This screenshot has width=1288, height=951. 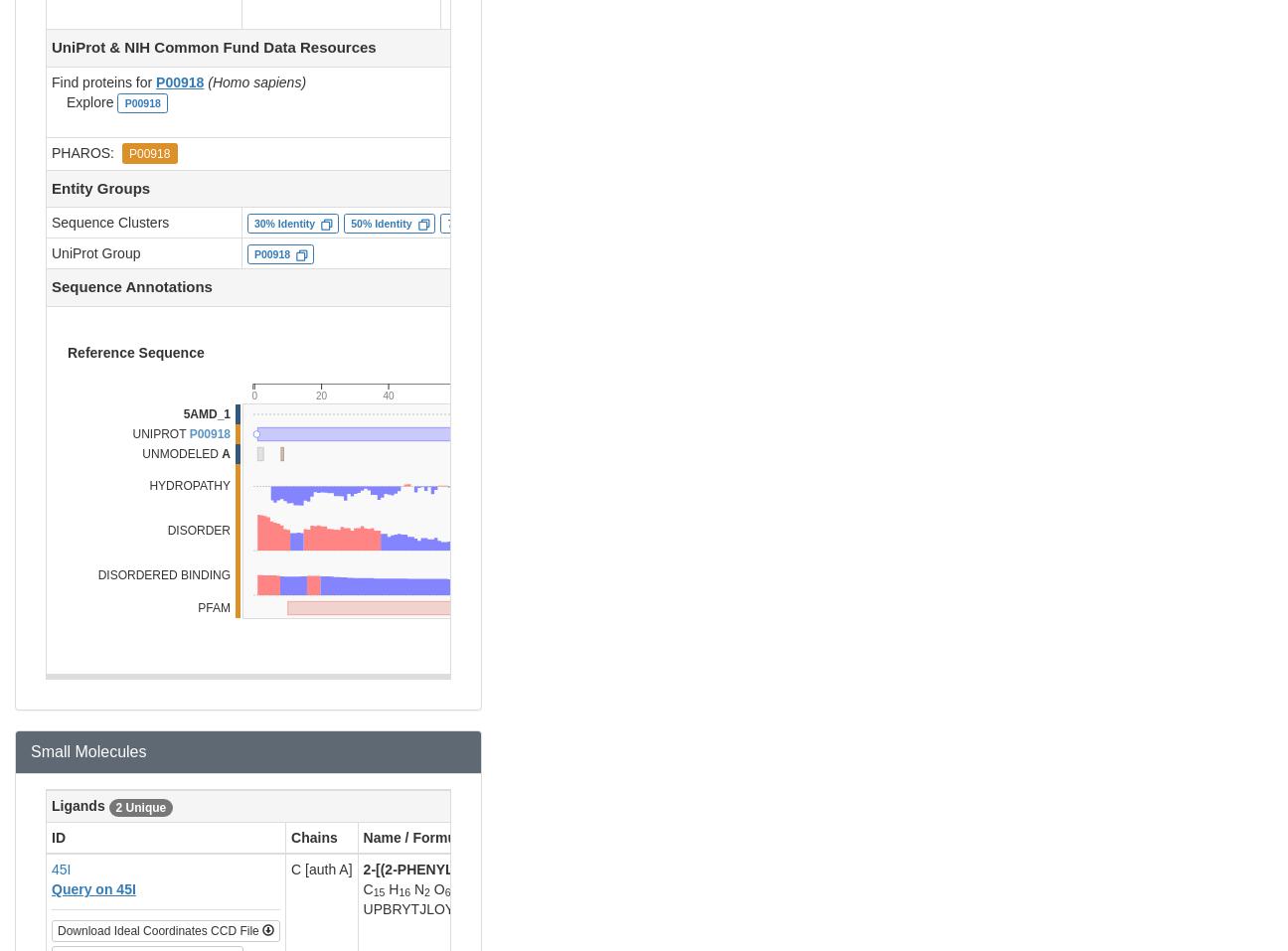 I want to click on 'H', so click(x=383, y=888).